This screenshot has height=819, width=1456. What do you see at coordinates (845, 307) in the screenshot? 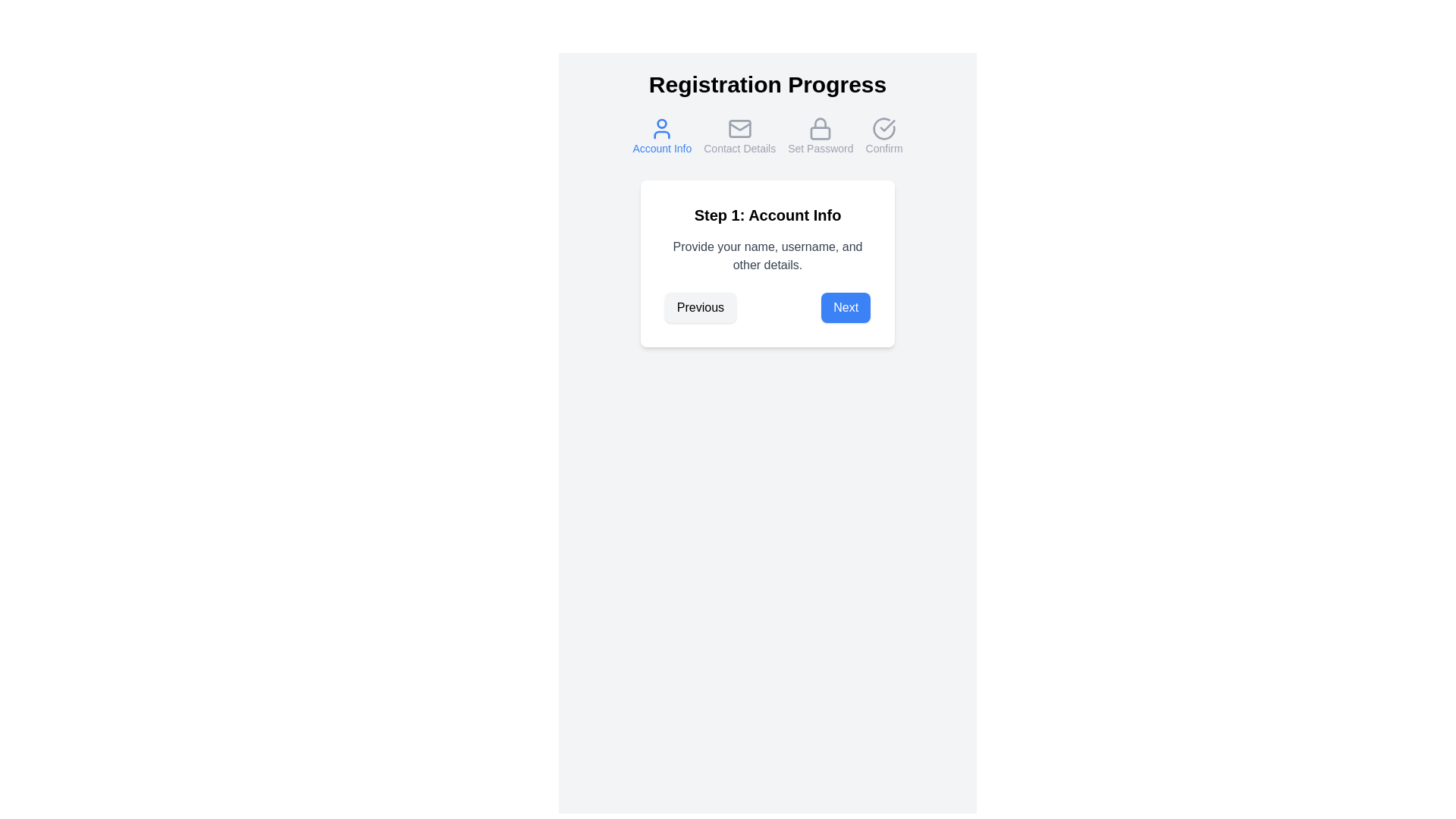
I see `the 'Next' button with a blue background and white text to proceed to the next step` at bounding box center [845, 307].